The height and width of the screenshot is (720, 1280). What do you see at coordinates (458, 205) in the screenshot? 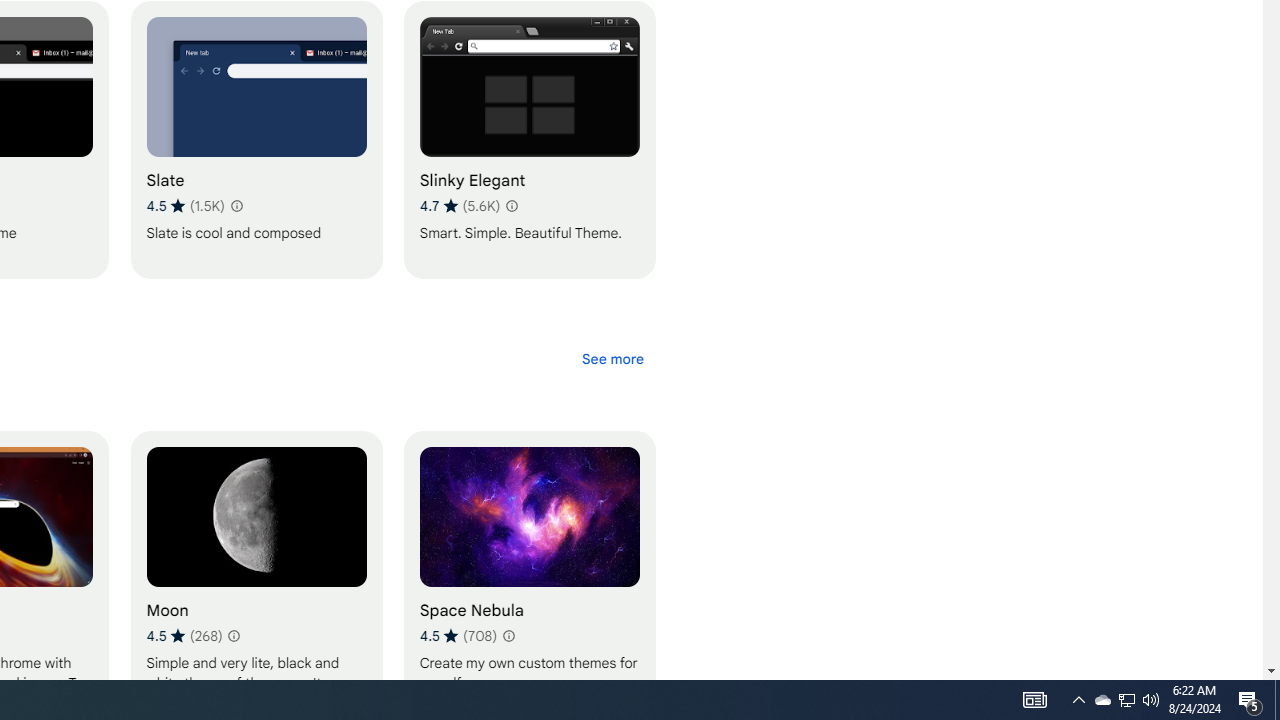
I see `'Average rating 4.7 out of 5 stars. 5.6K ratings.'` at bounding box center [458, 205].